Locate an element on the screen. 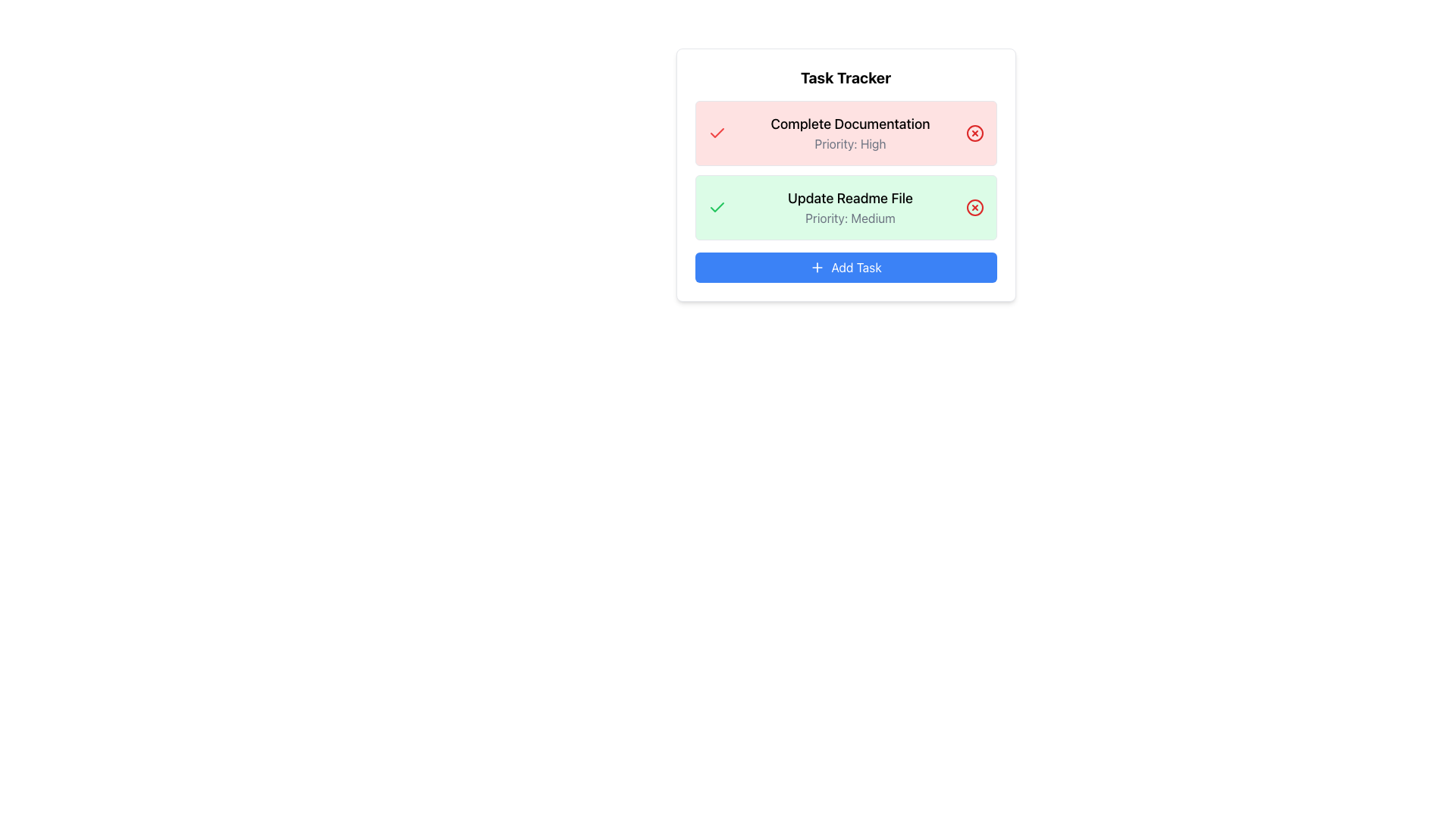 This screenshot has height=819, width=1456. the delete button located in the top-right corner of the 'Complete Documentation Priority: High' task card is located at coordinates (974, 133).